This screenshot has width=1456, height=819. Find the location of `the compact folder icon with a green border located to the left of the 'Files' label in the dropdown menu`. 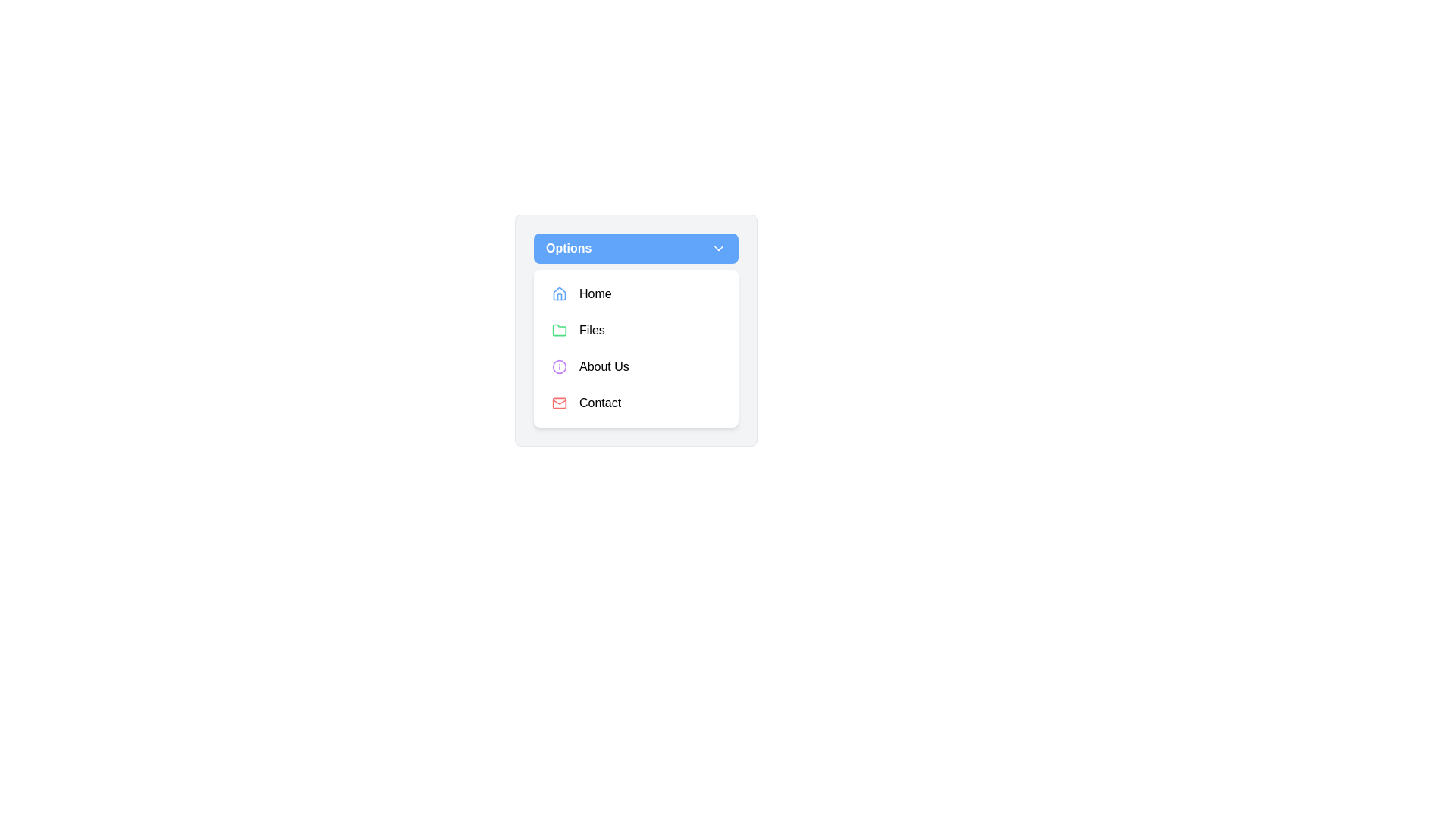

the compact folder icon with a green border located to the left of the 'Files' label in the dropdown menu is located at coordinates (559, 329).